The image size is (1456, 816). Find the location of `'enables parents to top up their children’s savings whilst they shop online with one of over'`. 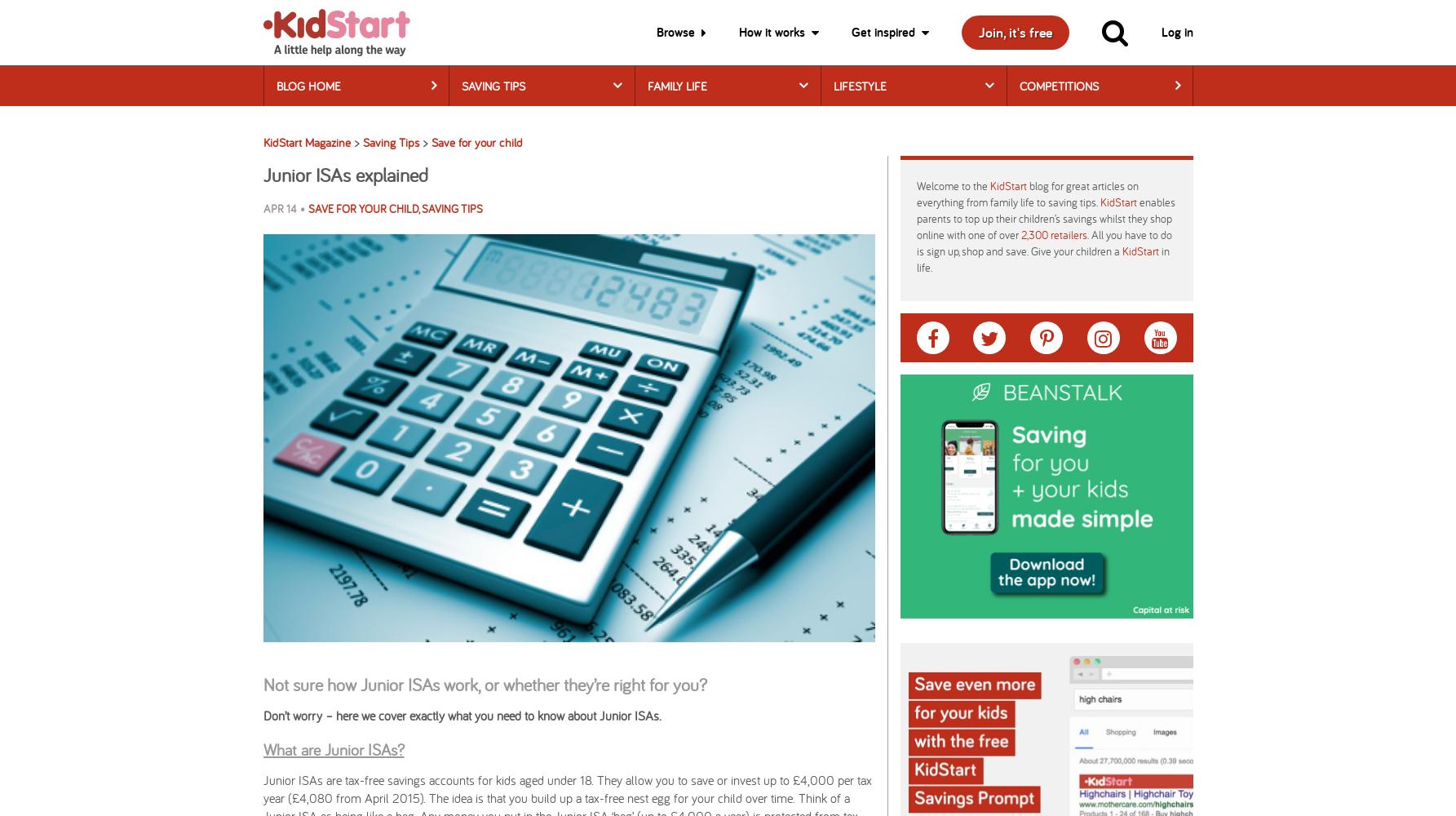

'enables parents to top up their children’s savings whilst they shop online with one of over' is located at coordinates (1045, 218).